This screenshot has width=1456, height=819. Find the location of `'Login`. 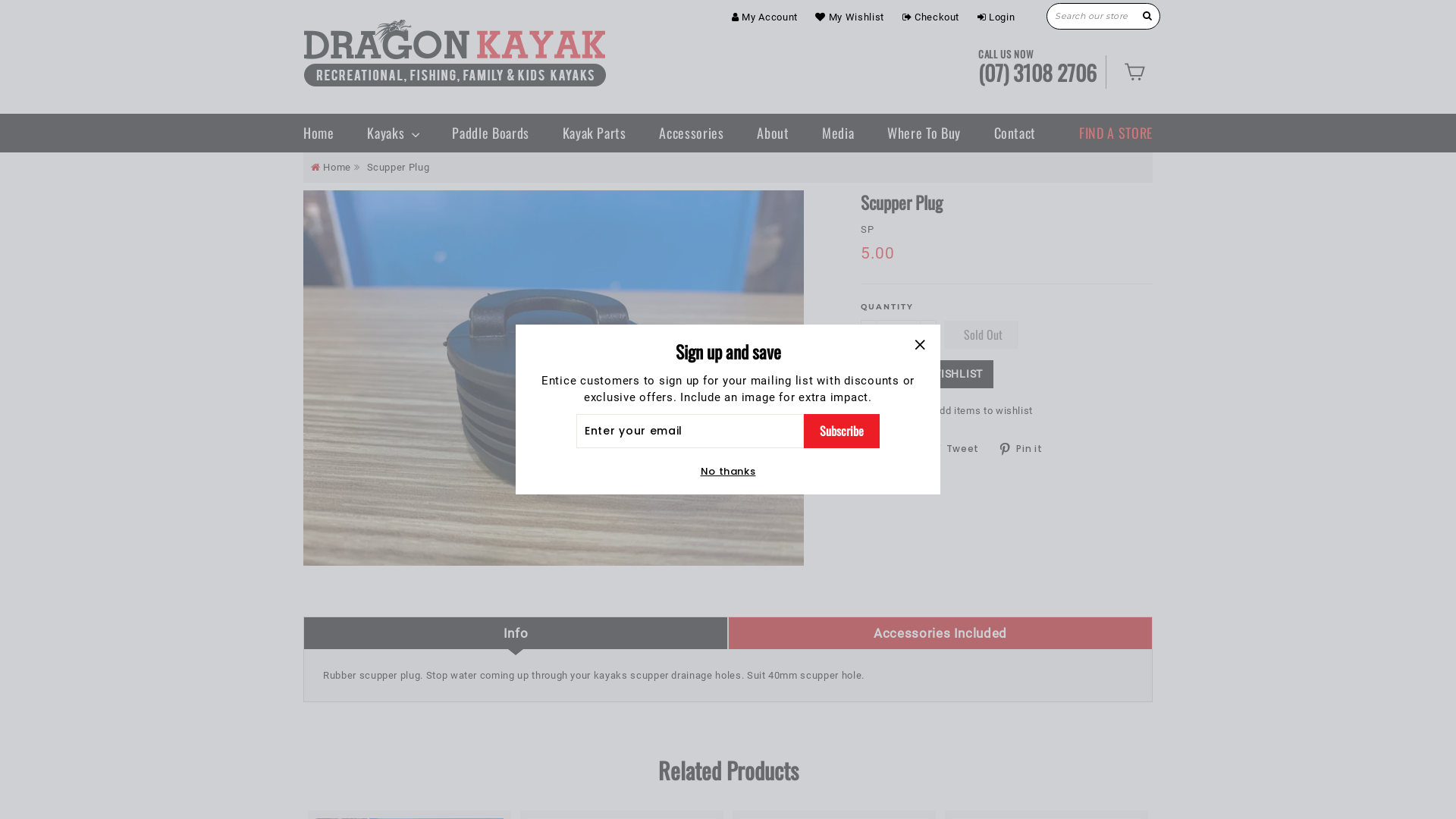

'Login is located at coordinates (996, 17).